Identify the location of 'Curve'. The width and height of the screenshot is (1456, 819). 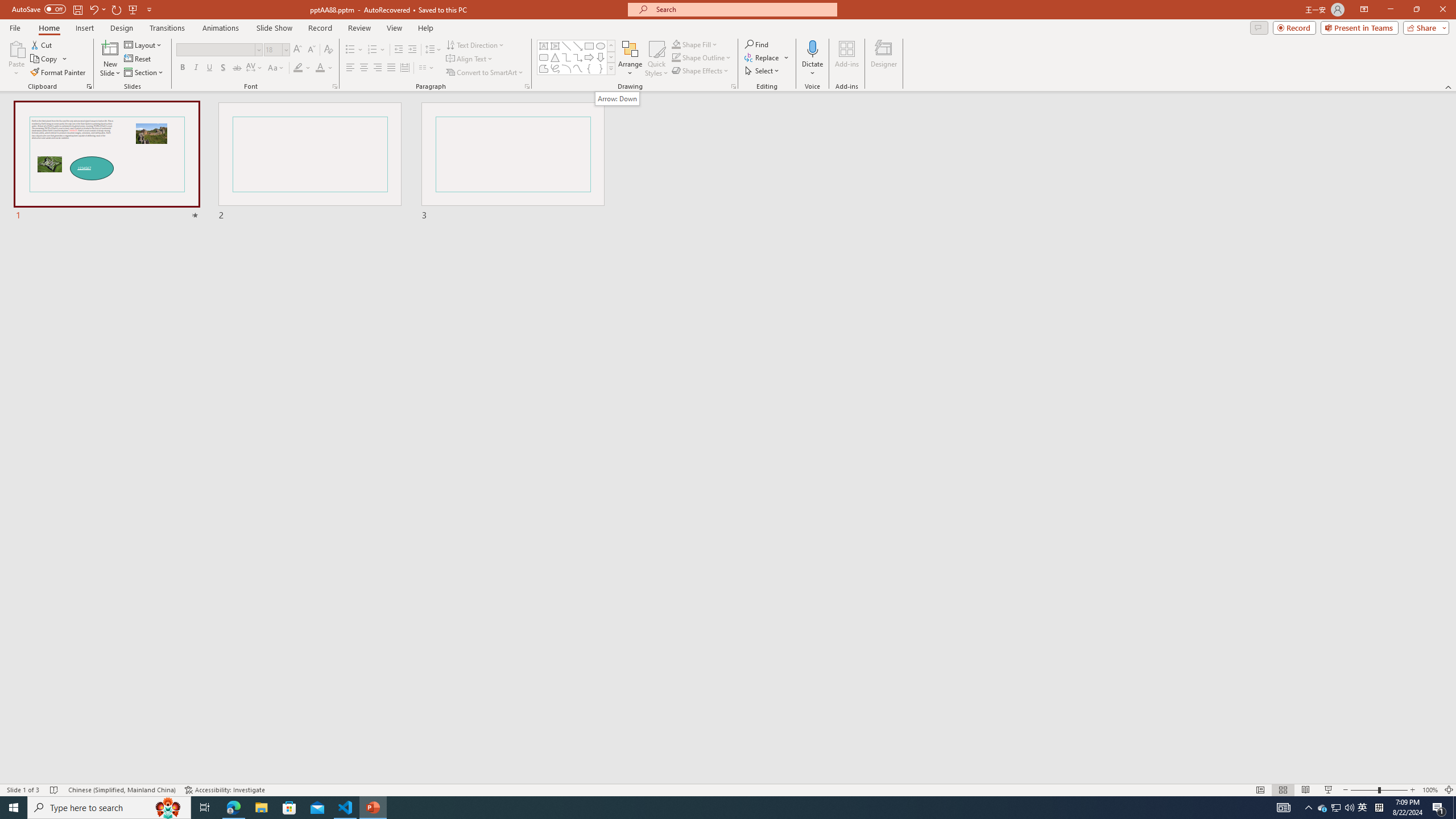
(577, 68).